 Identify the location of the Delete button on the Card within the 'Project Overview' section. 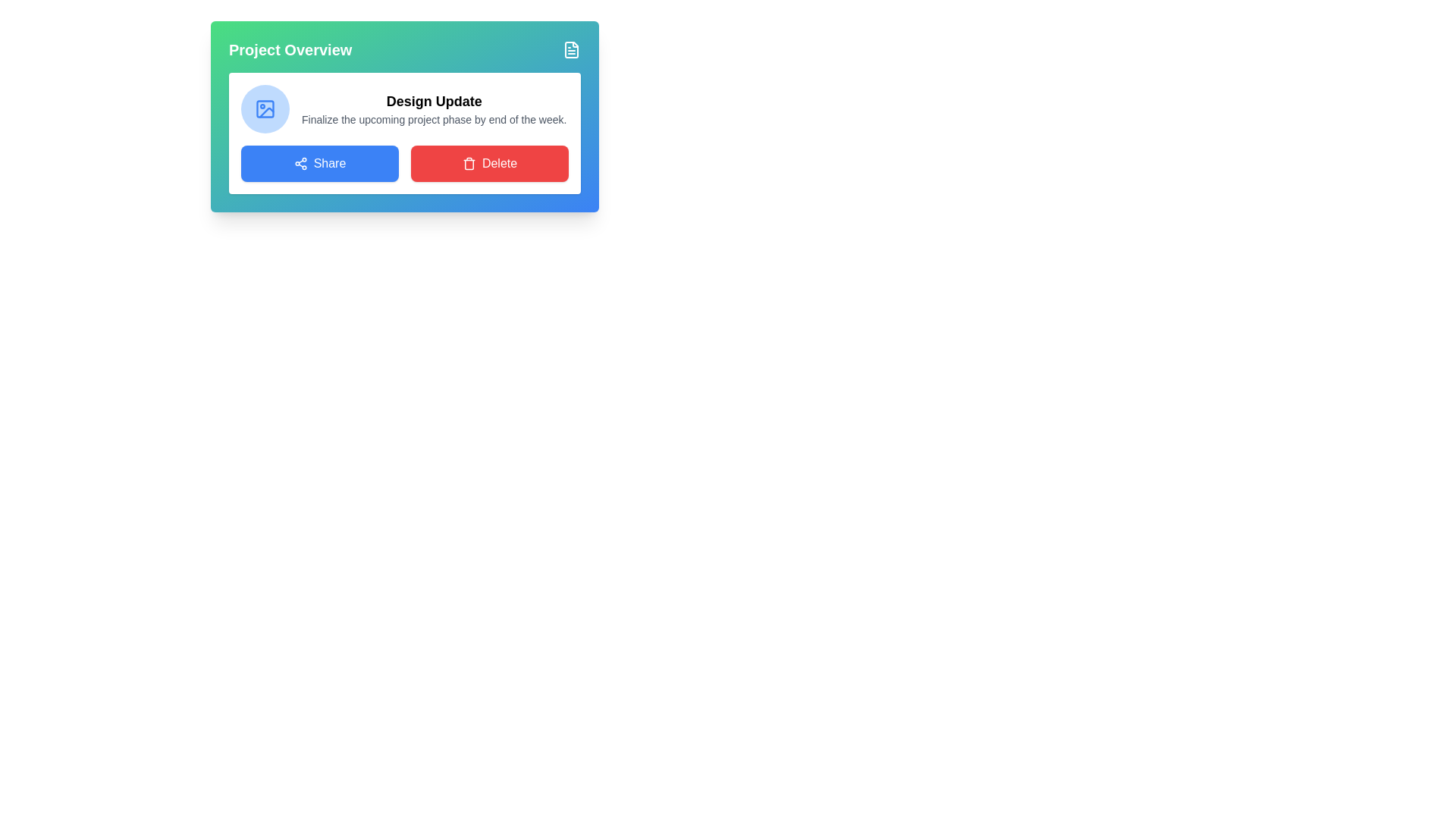
(404, 133).